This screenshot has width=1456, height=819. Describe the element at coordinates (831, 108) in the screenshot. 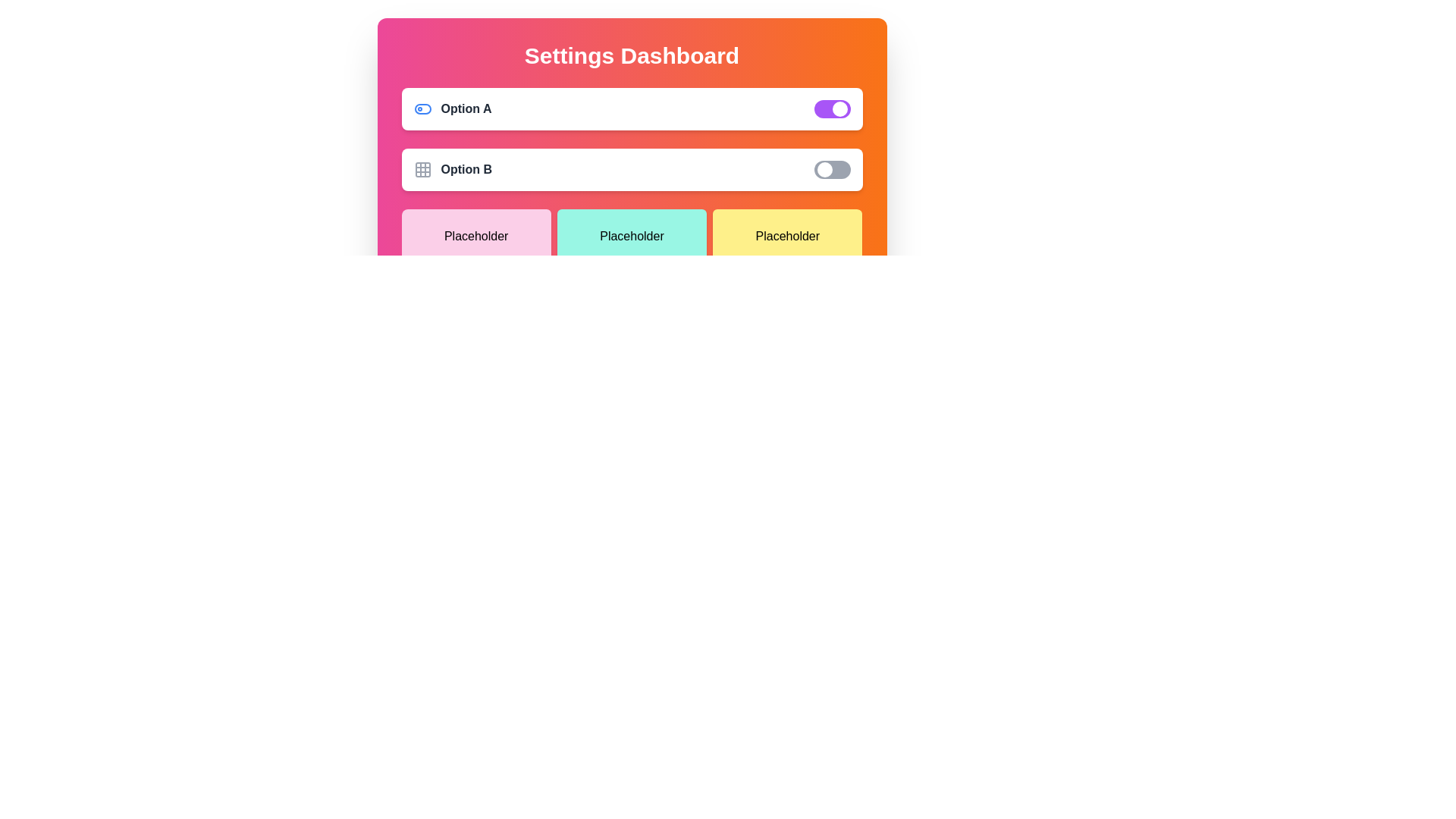

I see `the toggle switch located at the top right corner of the 'Option A' panel to switch its state` at that location.